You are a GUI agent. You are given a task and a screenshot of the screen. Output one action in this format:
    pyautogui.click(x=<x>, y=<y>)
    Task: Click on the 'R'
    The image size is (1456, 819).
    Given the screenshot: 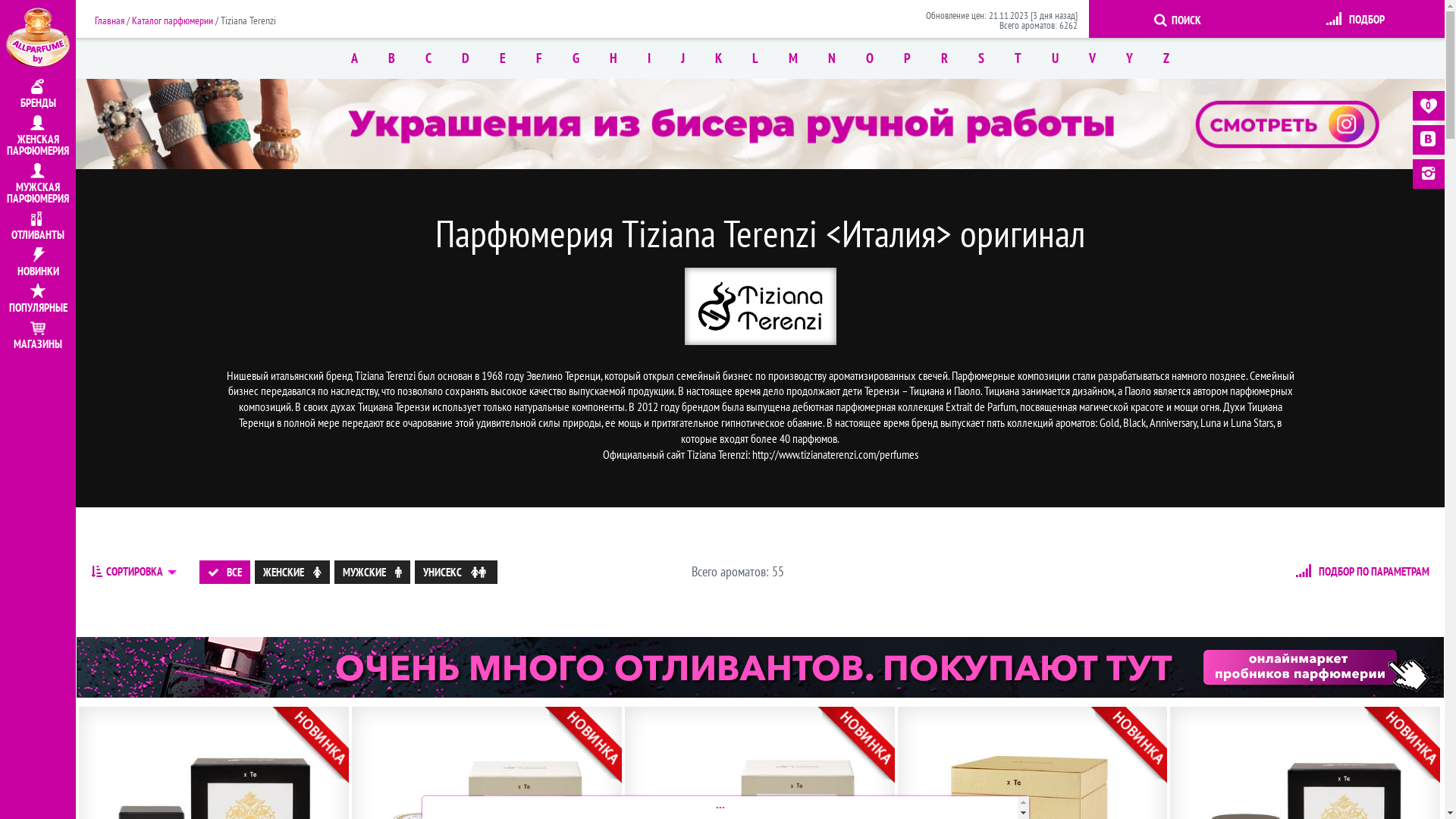 What is the action you would take?
    pyautogui.click(x=943, y=58)
    